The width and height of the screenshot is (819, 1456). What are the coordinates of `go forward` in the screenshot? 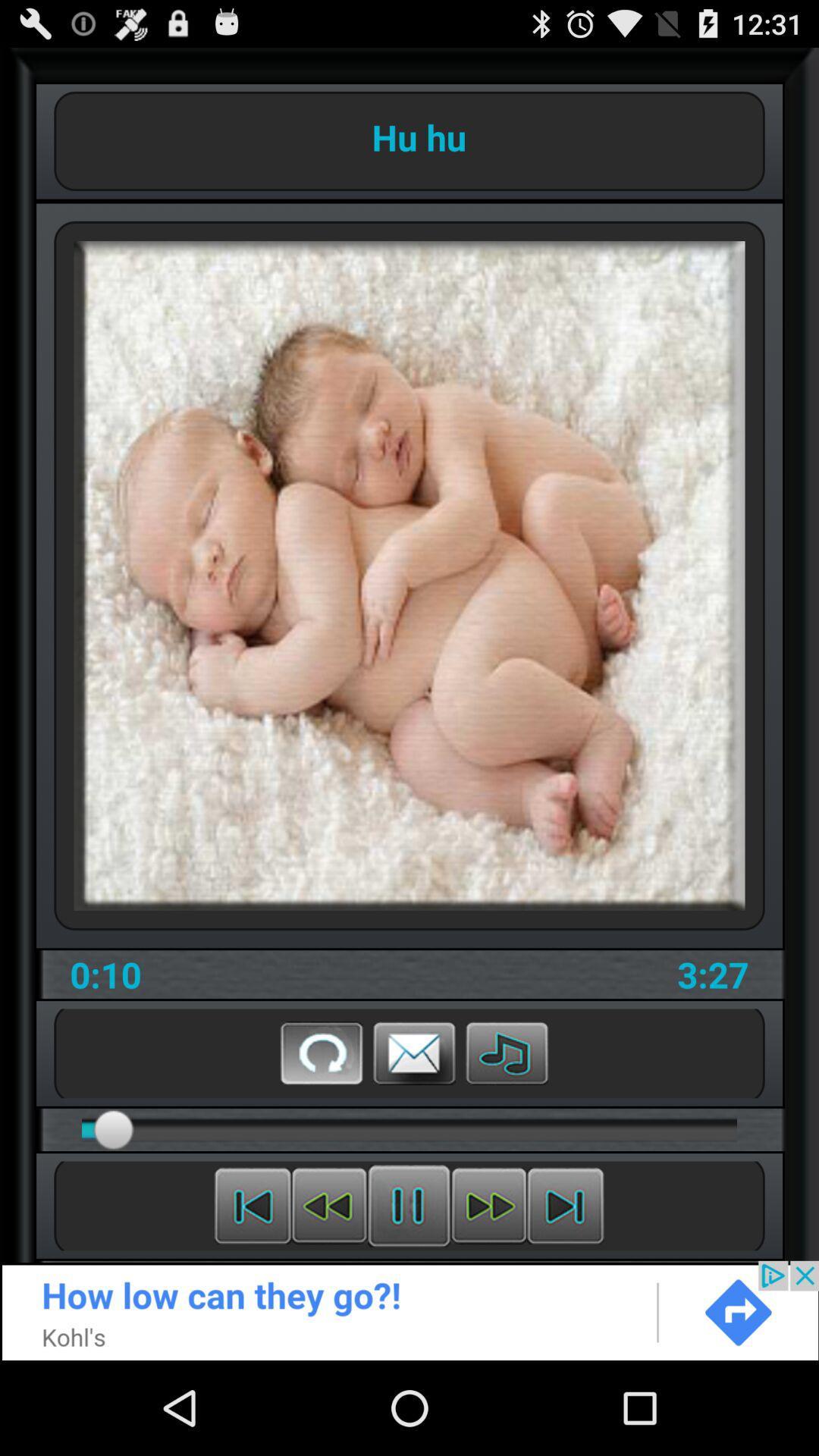 It's located at (565, 1205).